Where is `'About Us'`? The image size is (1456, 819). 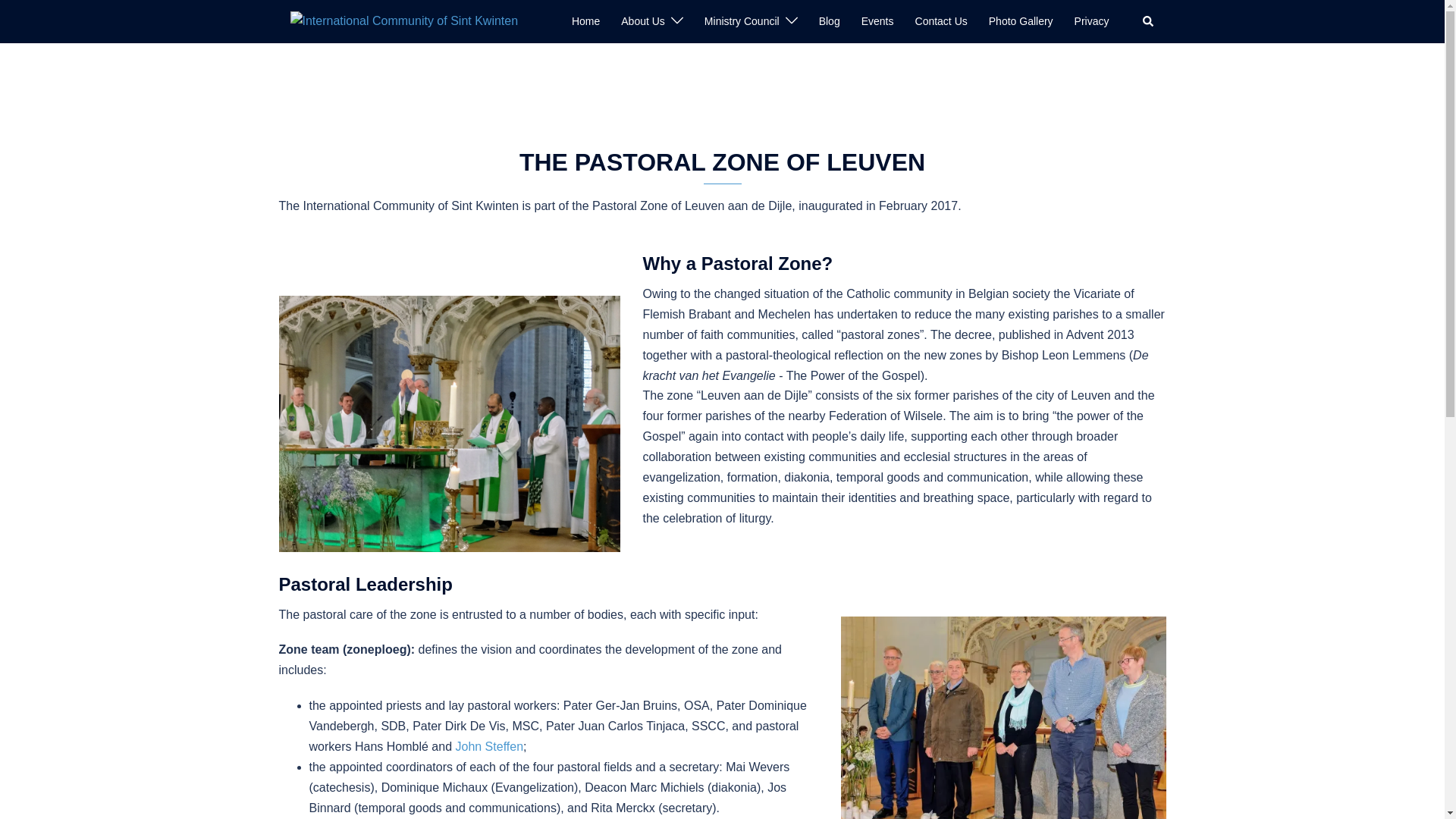
'About Us' is located at coordinates (621, 22).